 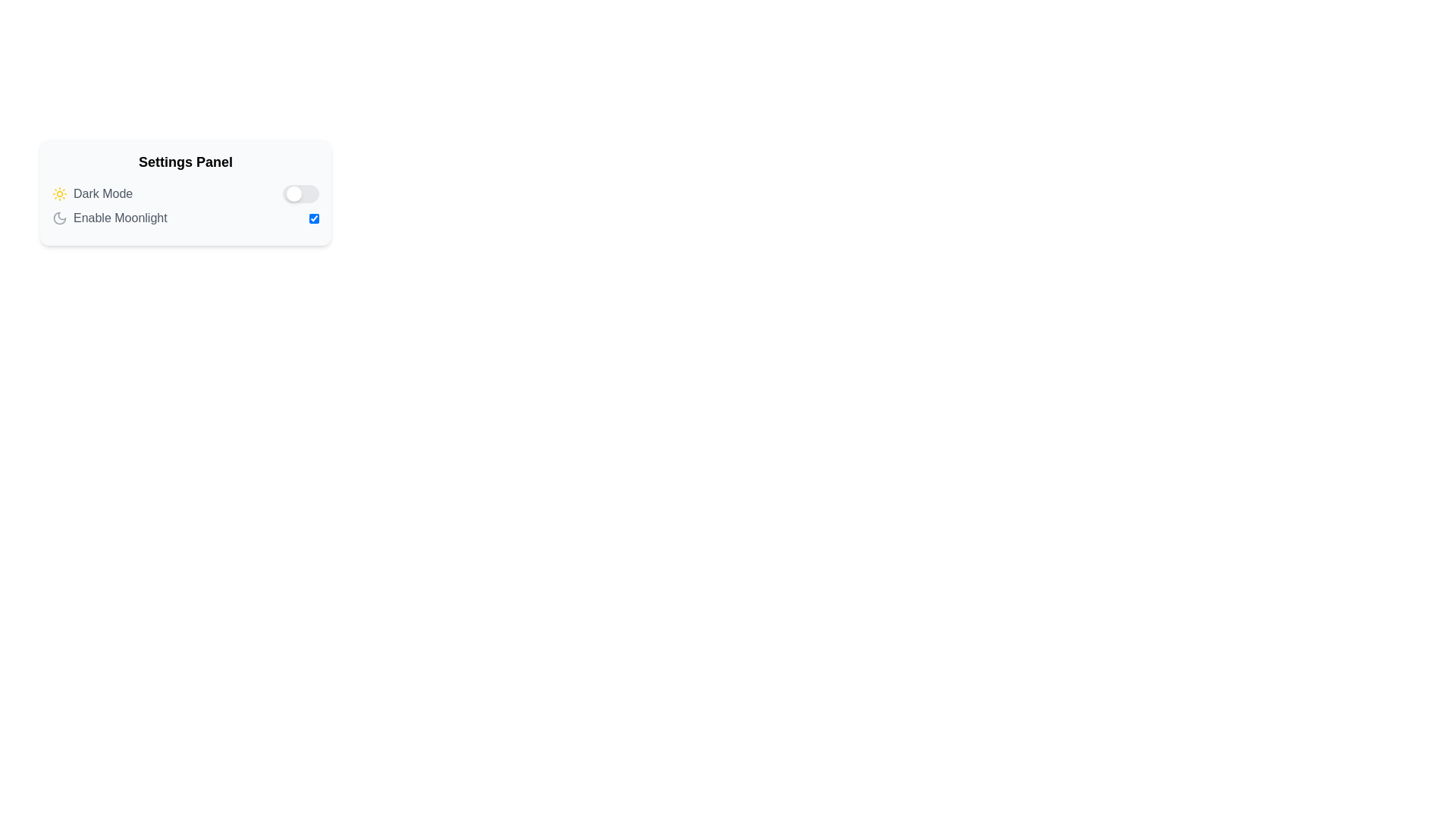 What do you see at coordinates (184, 192) in the screenshot?
I see `the settings panel checkbox to check or uncheck the dark mode or moonlight feature option` at bounding box center [184, 192].